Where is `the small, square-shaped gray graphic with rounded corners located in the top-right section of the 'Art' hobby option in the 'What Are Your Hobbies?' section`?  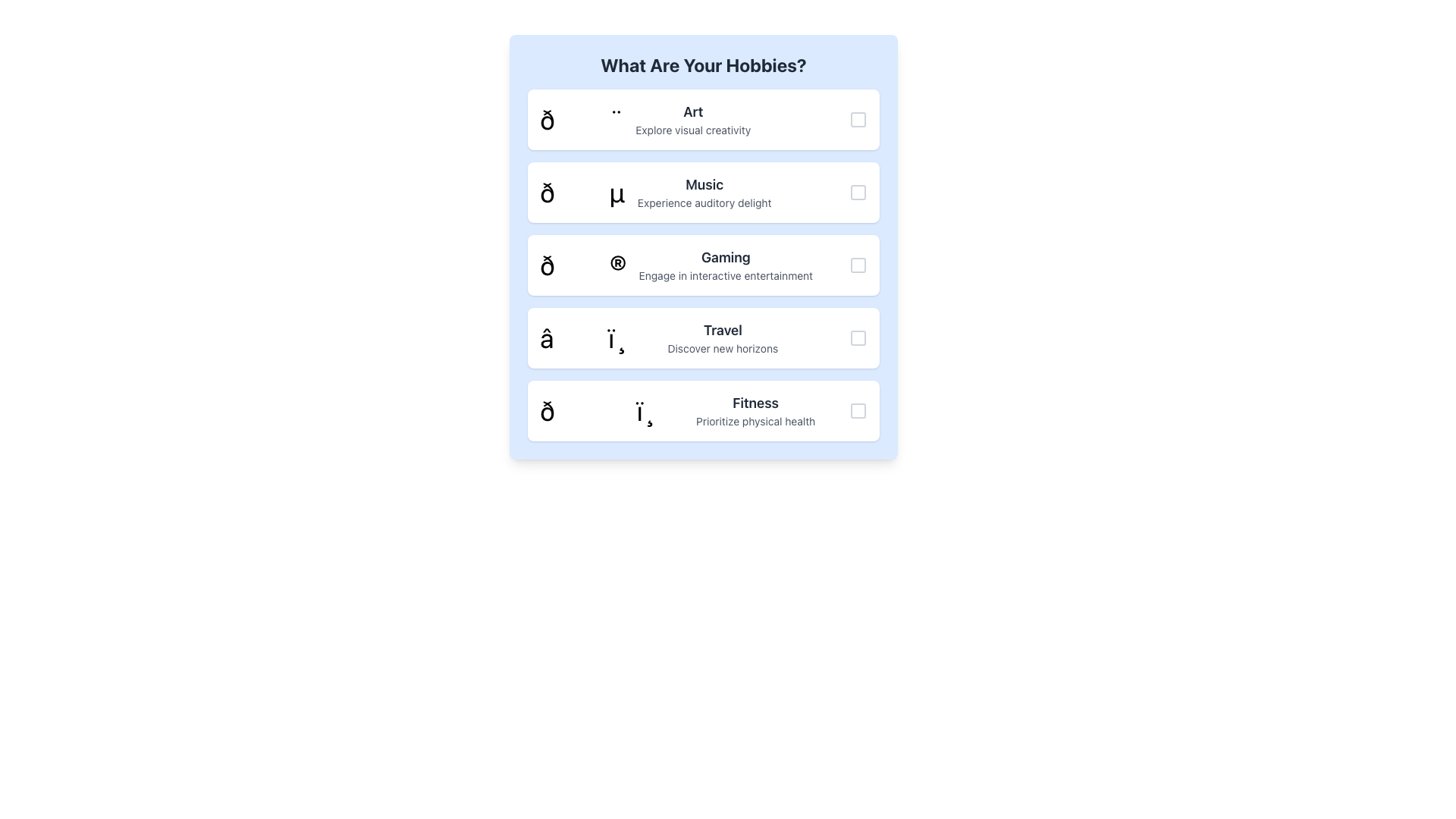
the small, square-shaped gray graphic with rounded corners located in the top-right section of the 'Art' hobby option in the 'What Are Your Hobbies?' section is located at coordinates (858, 119).